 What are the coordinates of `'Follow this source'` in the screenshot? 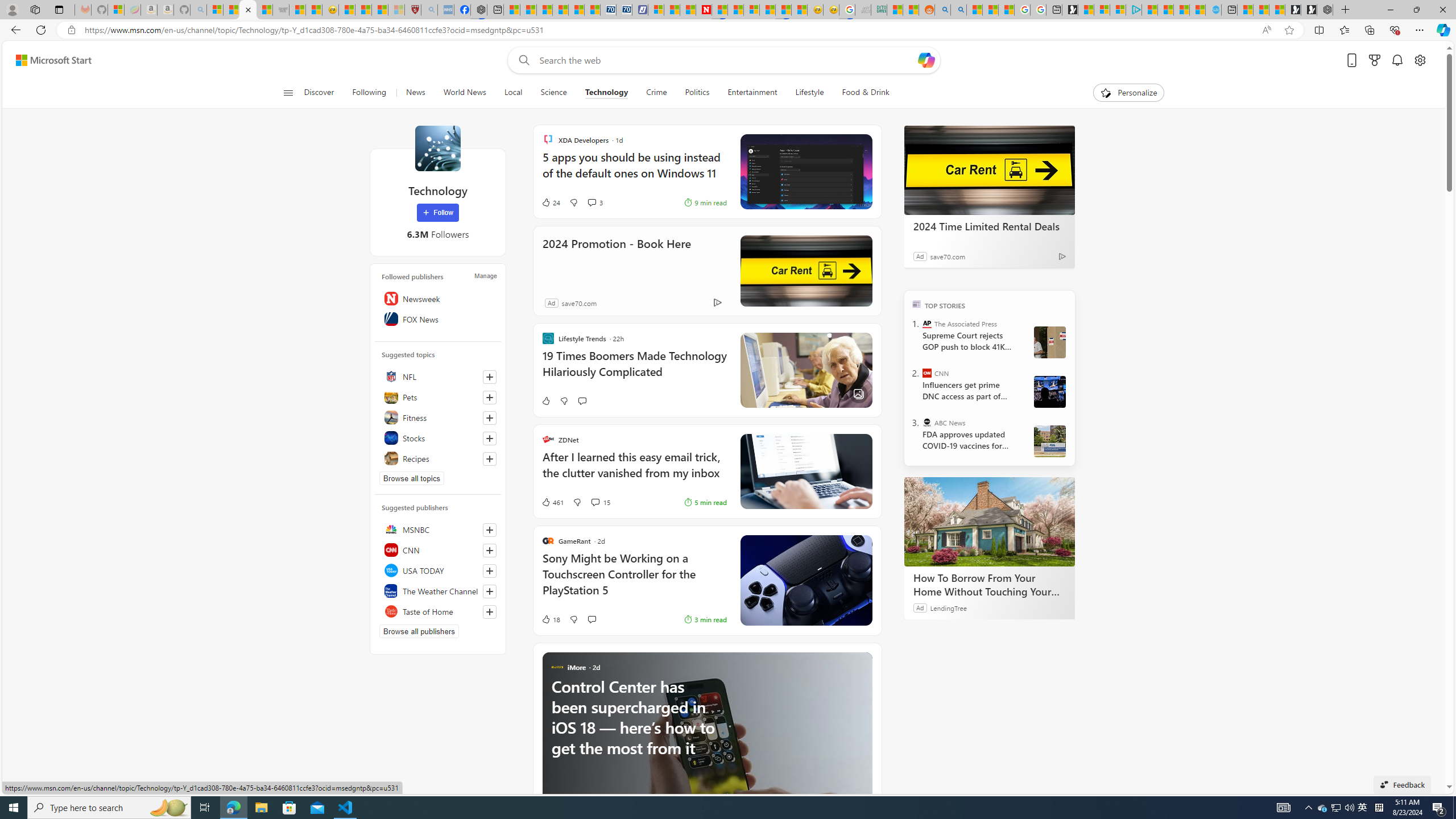 It's located at (489, 611).